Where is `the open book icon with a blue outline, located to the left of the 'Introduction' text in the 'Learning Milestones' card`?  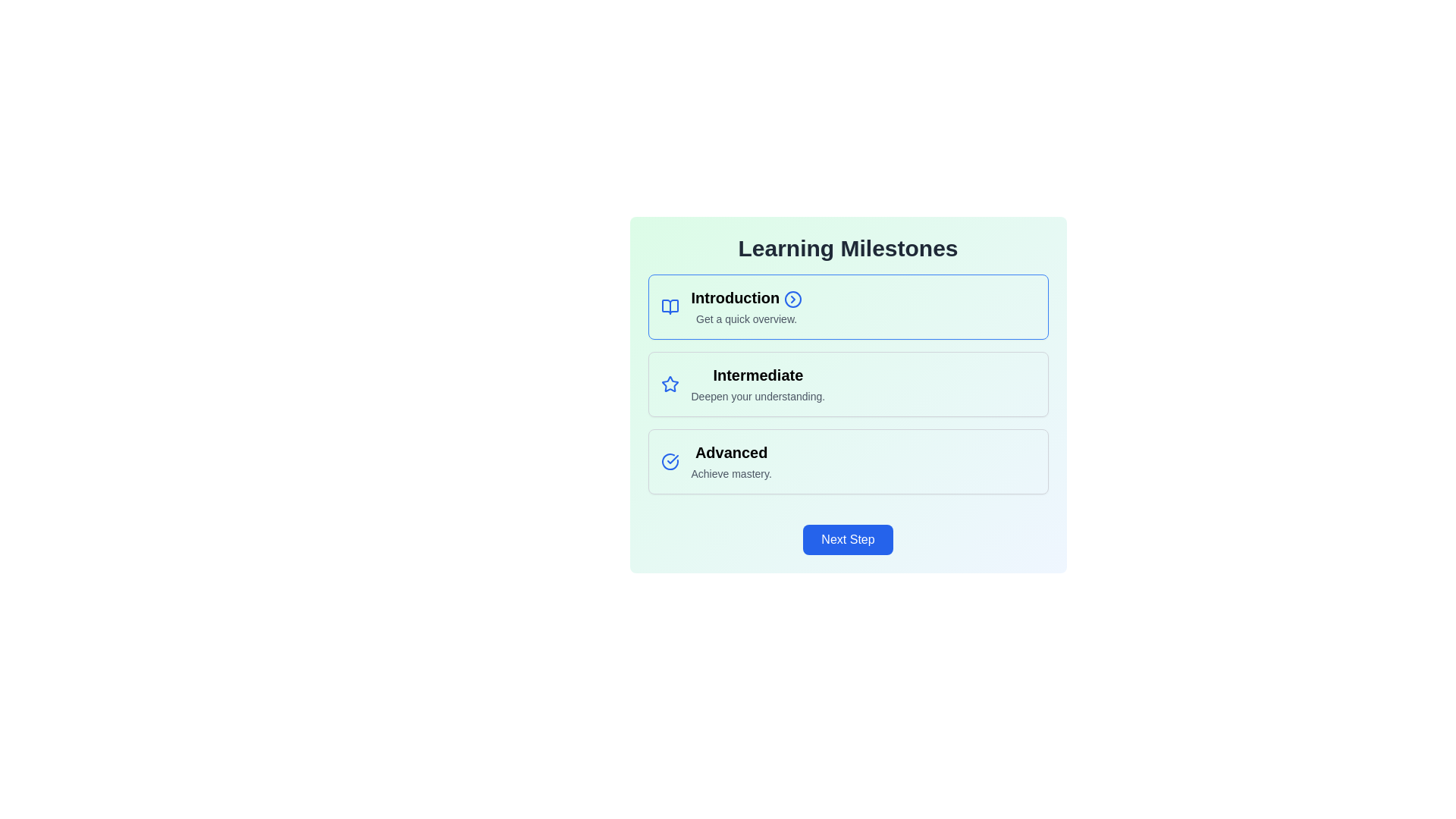
the open book icon with a blue outline, located to the left of the 'Introduction' text in the 'Learning Milestones' card is located at coordinates (669, 307).